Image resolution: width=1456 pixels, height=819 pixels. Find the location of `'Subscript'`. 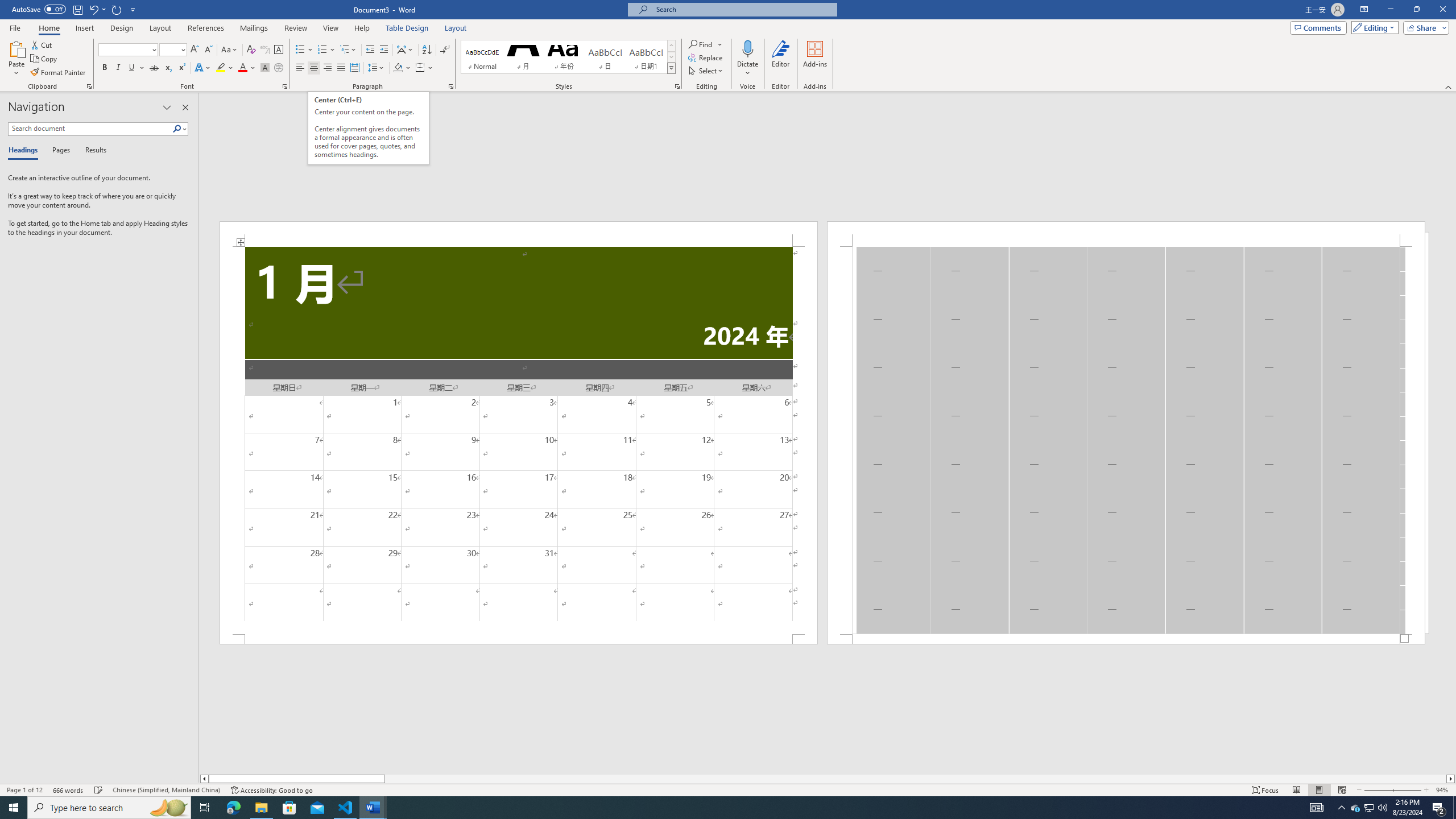

'Subscript' is located at coordinates (167, 67).